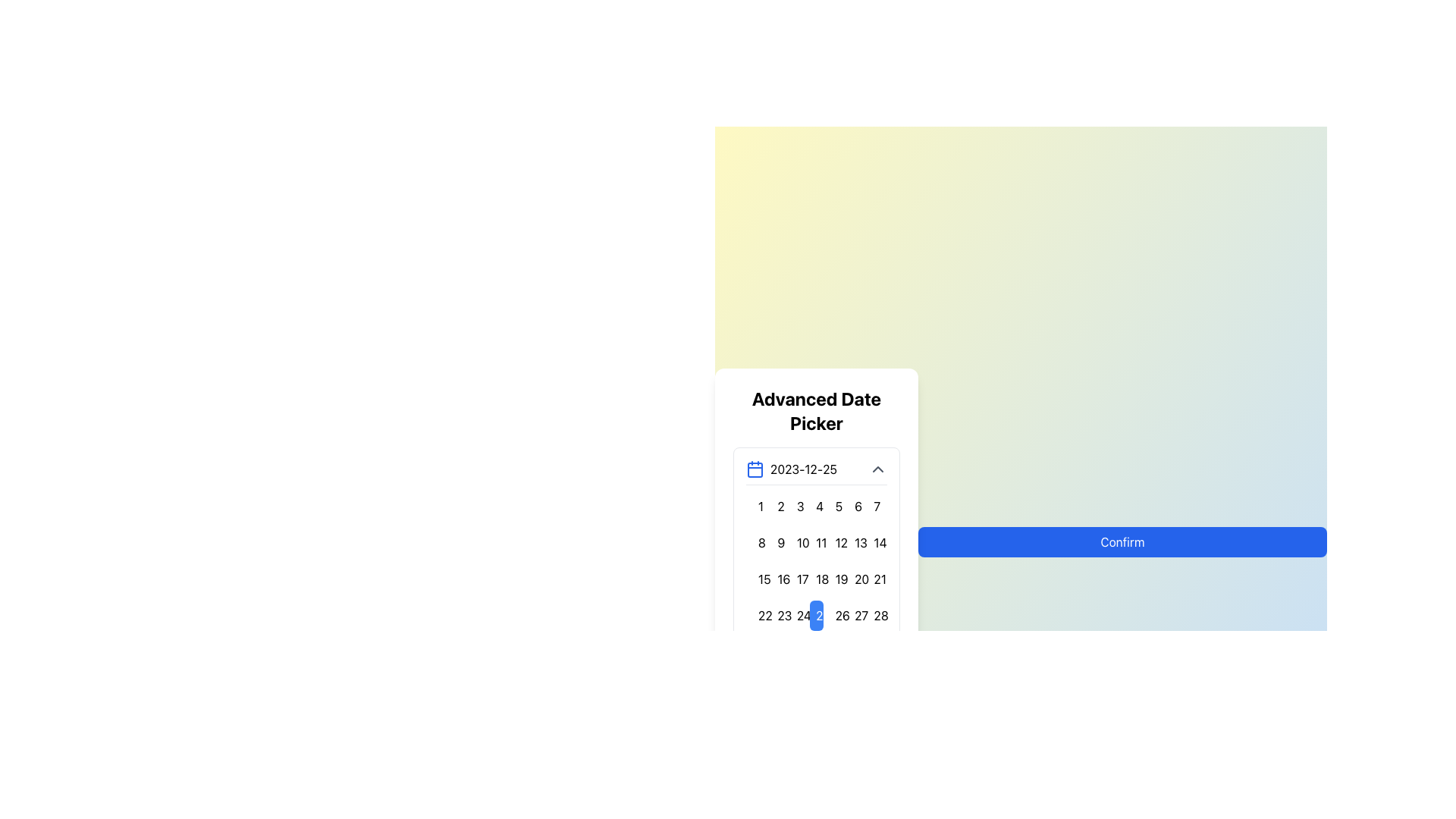  Describe the element at coordinates (815, 566) in the screenshot. I see `the dates in the grid of the Date Picker Widget located within the 'Advanced Date Picker' component` at that location.